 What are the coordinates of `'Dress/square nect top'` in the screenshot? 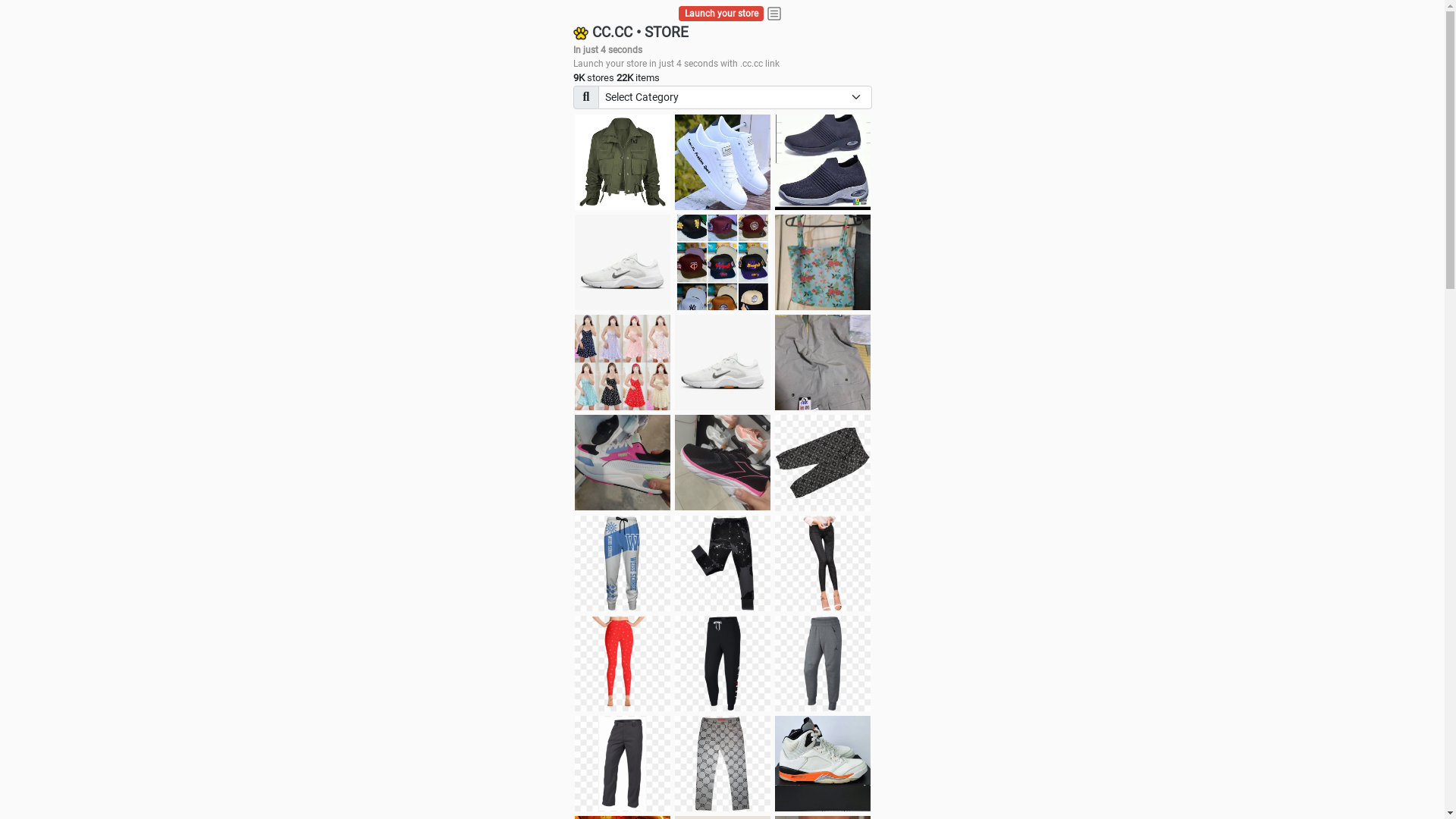 It's located at (622, 362).